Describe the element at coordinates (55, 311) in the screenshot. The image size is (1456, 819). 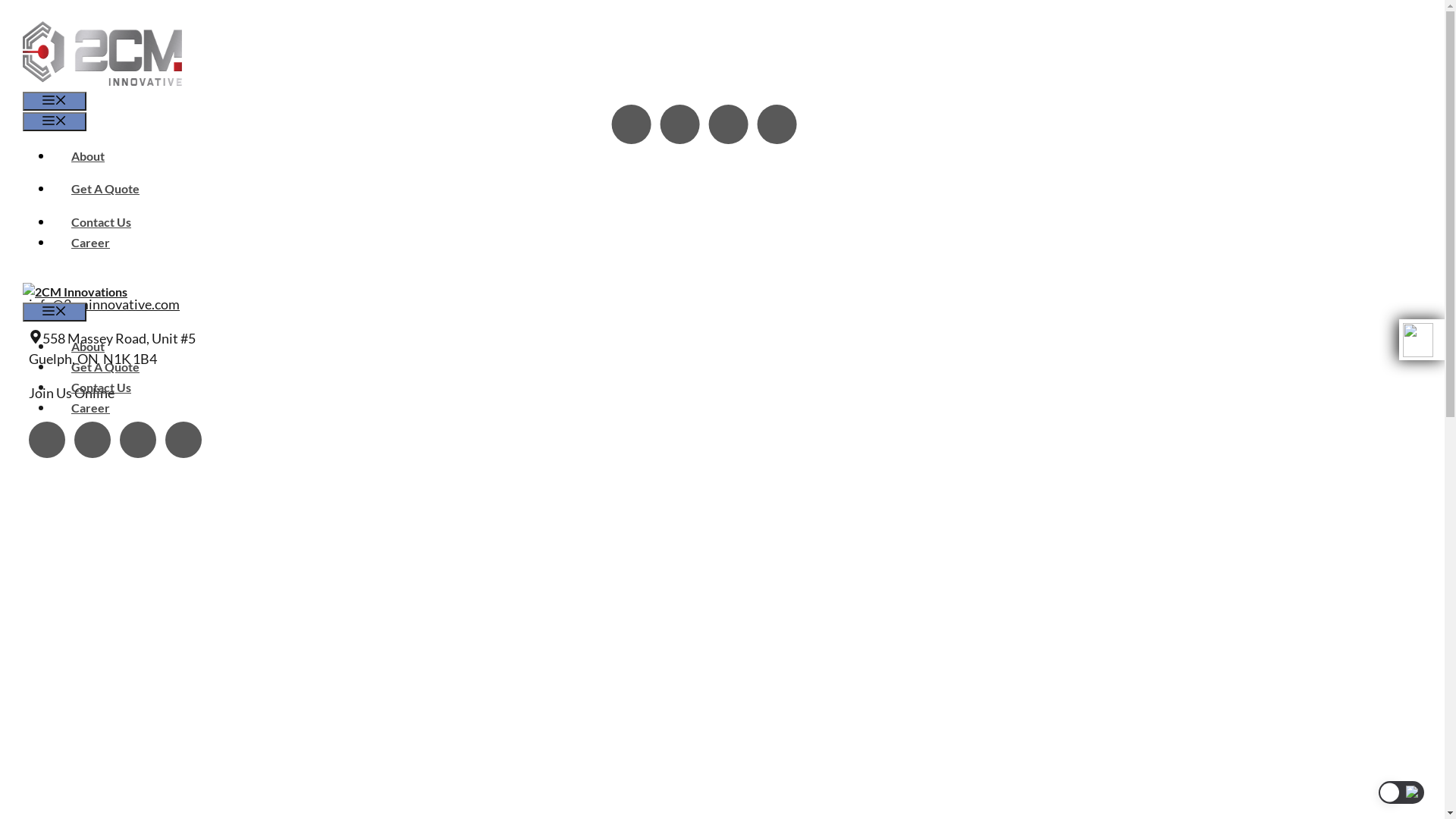
I see `'Menu'` at that location.